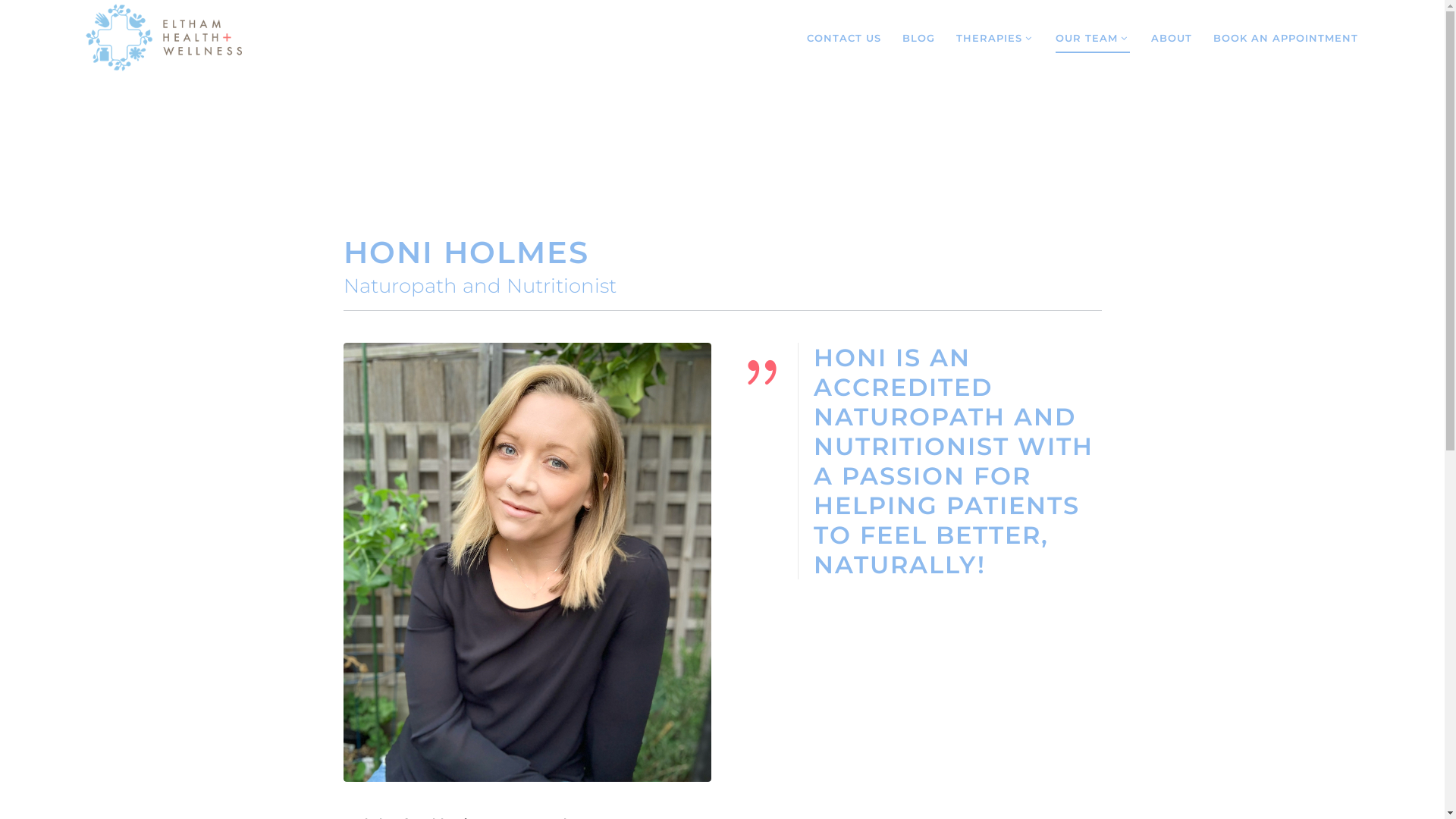  Describe the element at coordinates (1150, 37) in the screenshot. I see `'ABOUT'` at that location.